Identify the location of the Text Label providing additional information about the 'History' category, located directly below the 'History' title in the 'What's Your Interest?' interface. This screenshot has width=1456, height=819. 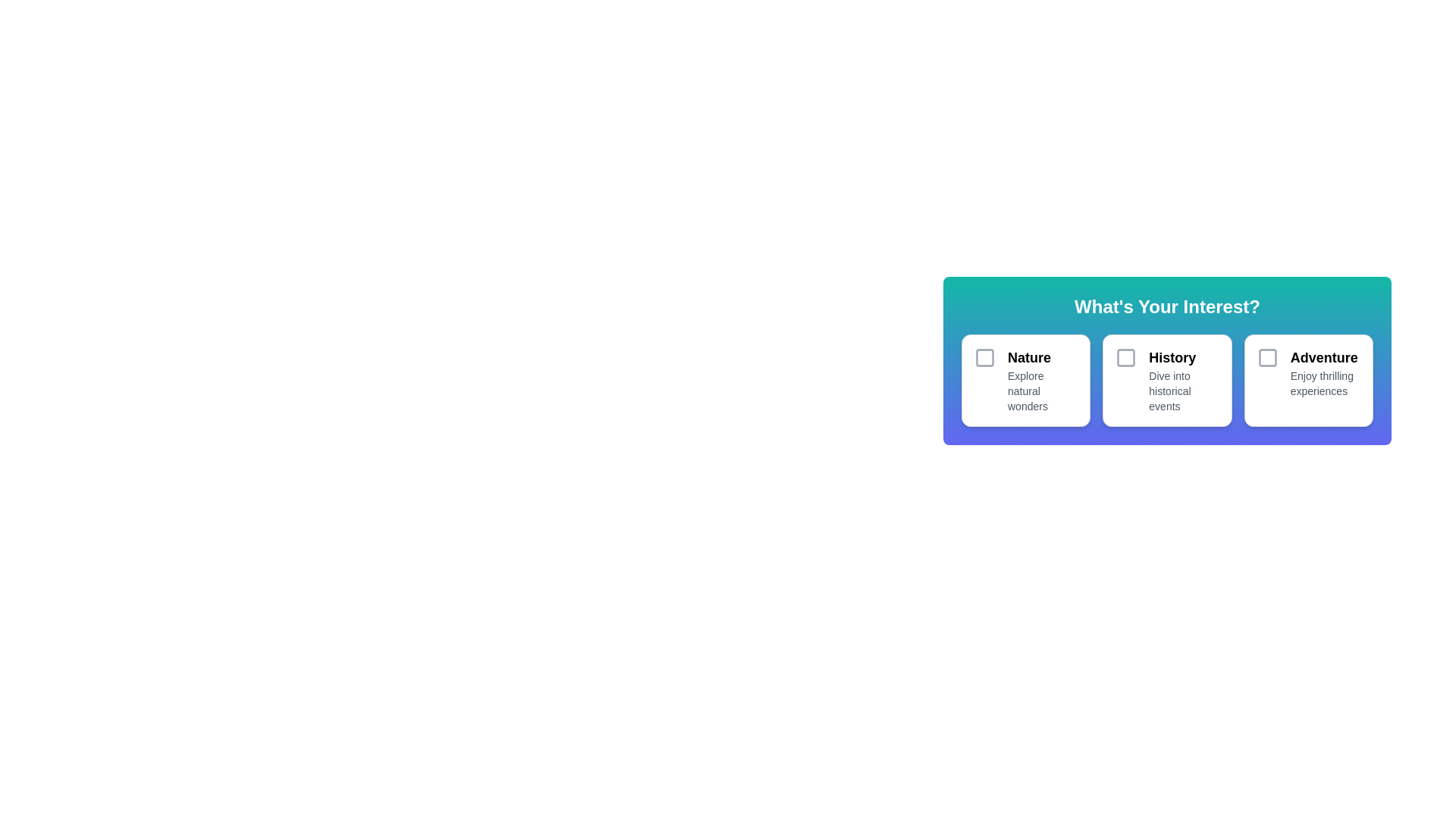
(1183, 391).